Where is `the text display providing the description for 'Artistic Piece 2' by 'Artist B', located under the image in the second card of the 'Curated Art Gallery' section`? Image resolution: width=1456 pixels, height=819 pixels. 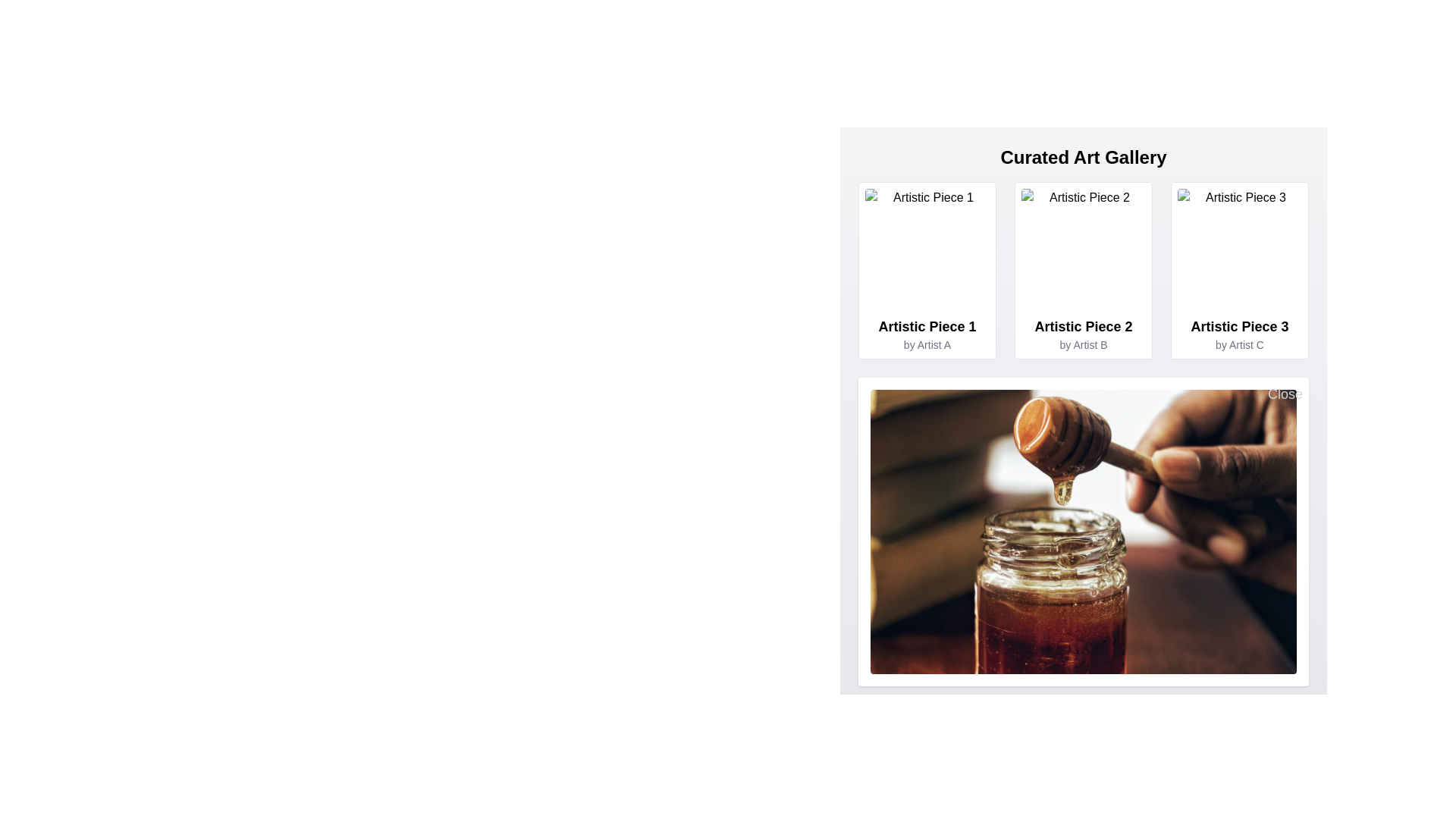 the text display providing the description for 'Artistic Piece 2' by 'Artist B', located under the image in the second card of the 'Curated Art Gallery' section is located at coordinates (1083, 333).